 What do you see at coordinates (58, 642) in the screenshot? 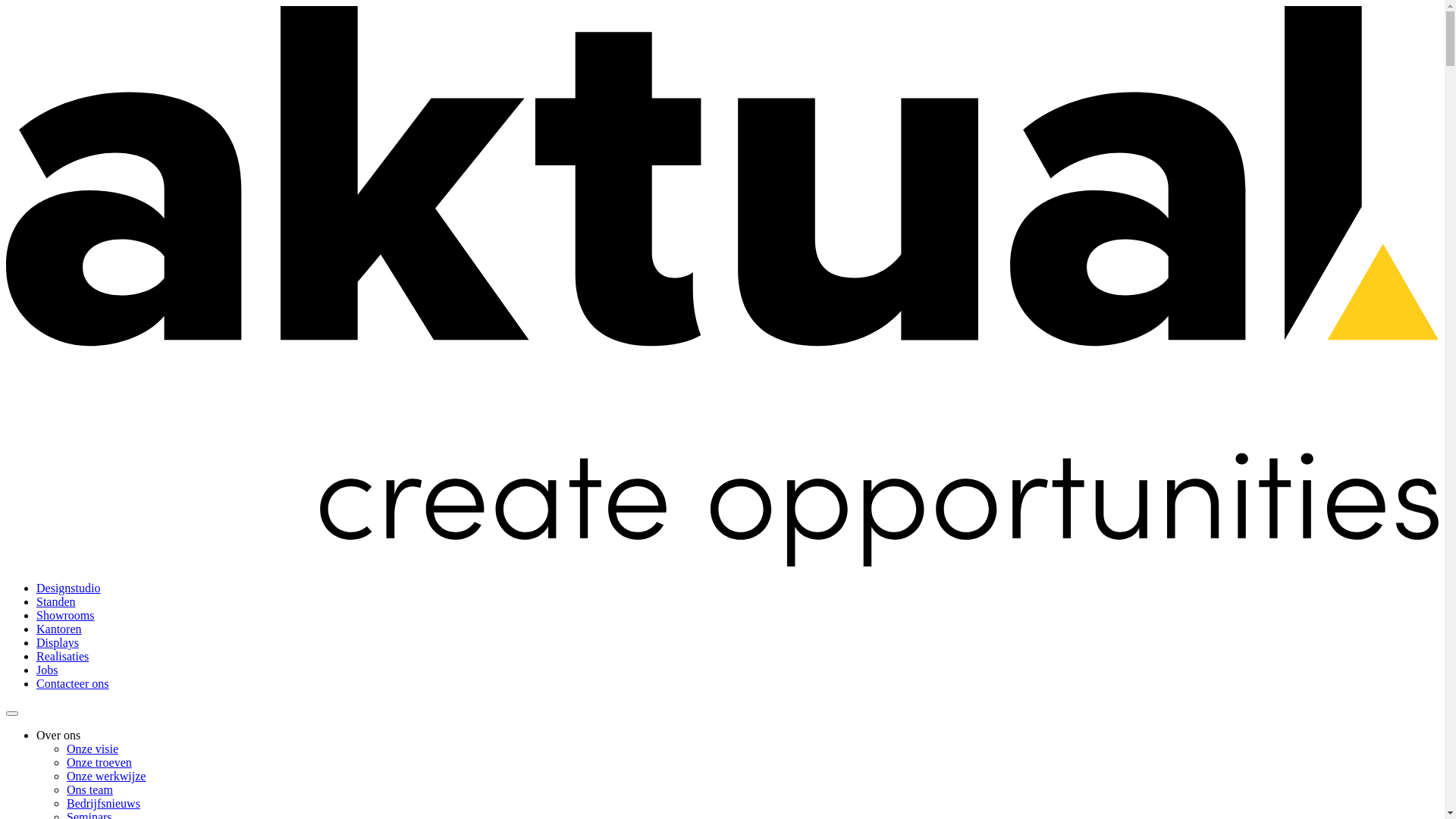
I see `'Displays'` at bounding box center [58, 642].